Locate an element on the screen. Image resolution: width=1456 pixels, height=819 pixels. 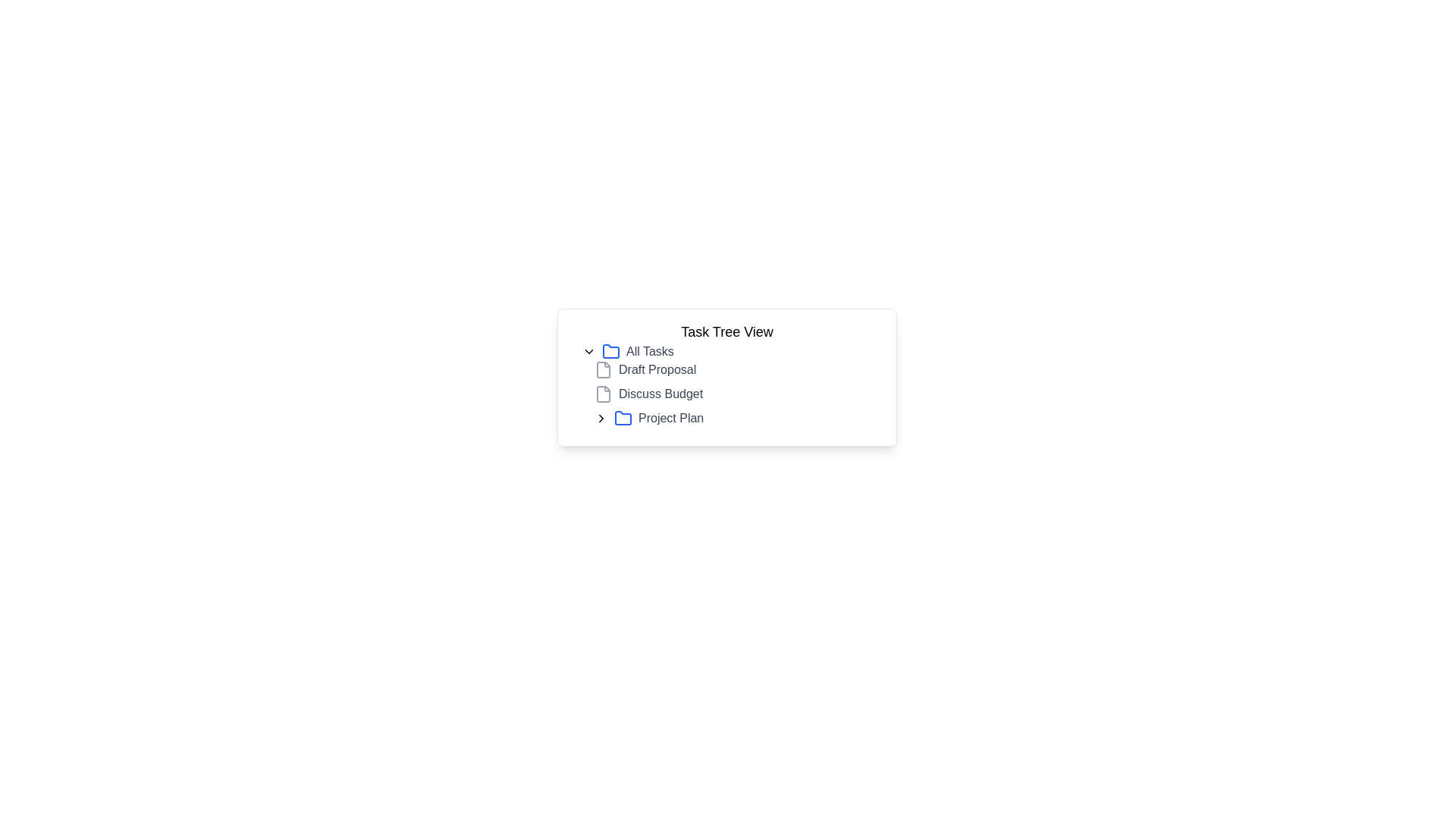
the 'Project Plan' collapsible tree item in the 'Task Tree View' interface to expand or collapse its details is located at coordinates (739, 418).